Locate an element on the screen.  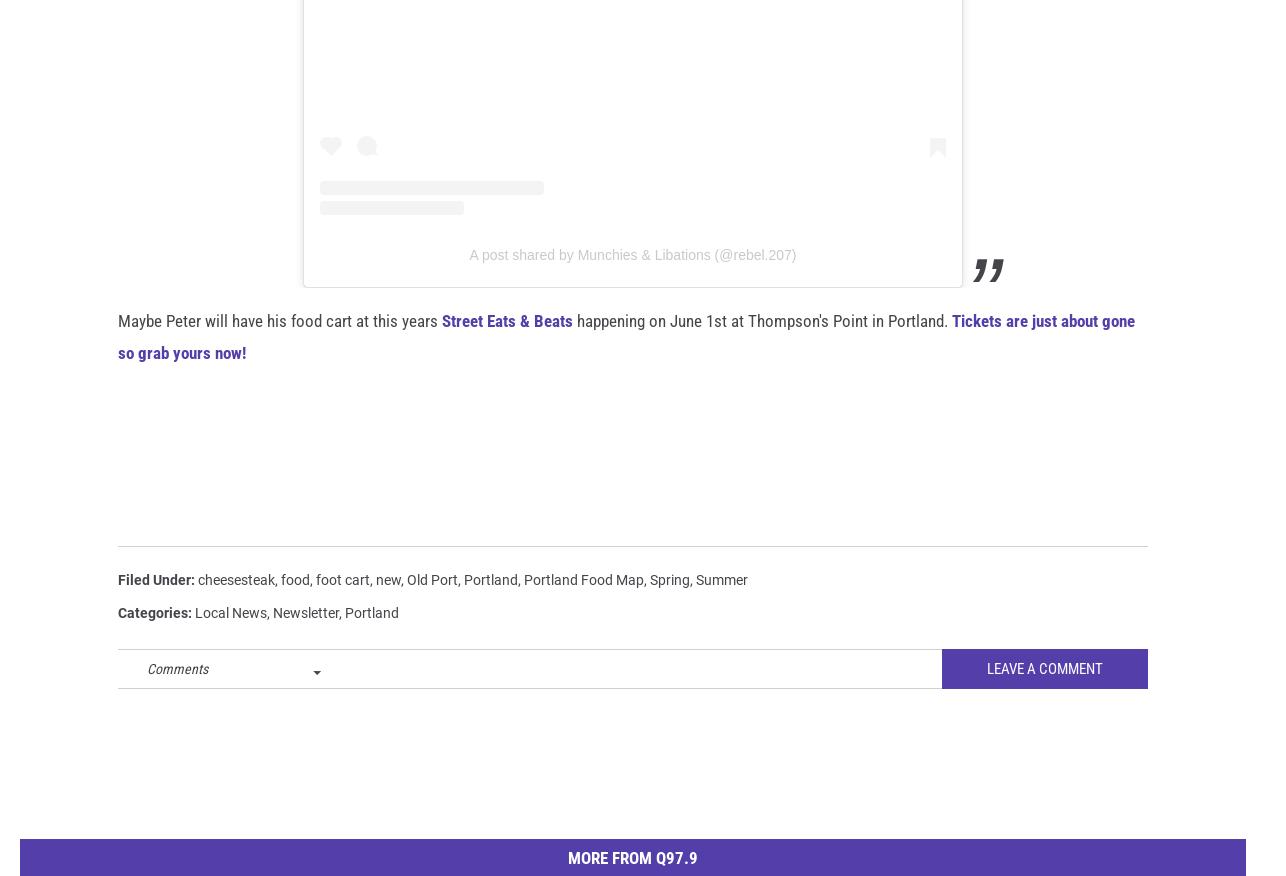
'cheesesteak' is located at coordinates (236, 611).